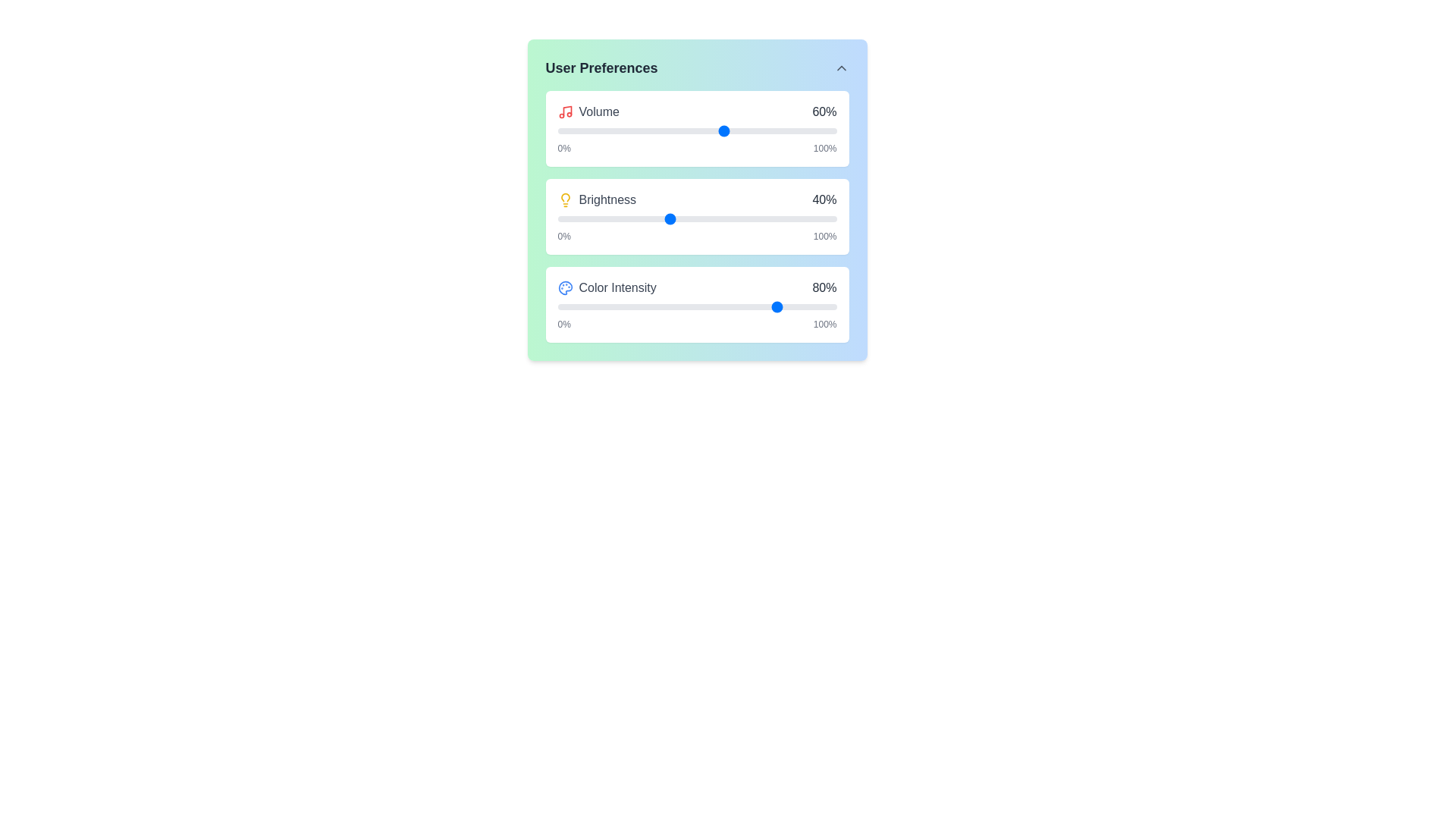 The height and width of the screenshot is (819, 1456). I want to click on the Color Intensity, so click(579, 307).